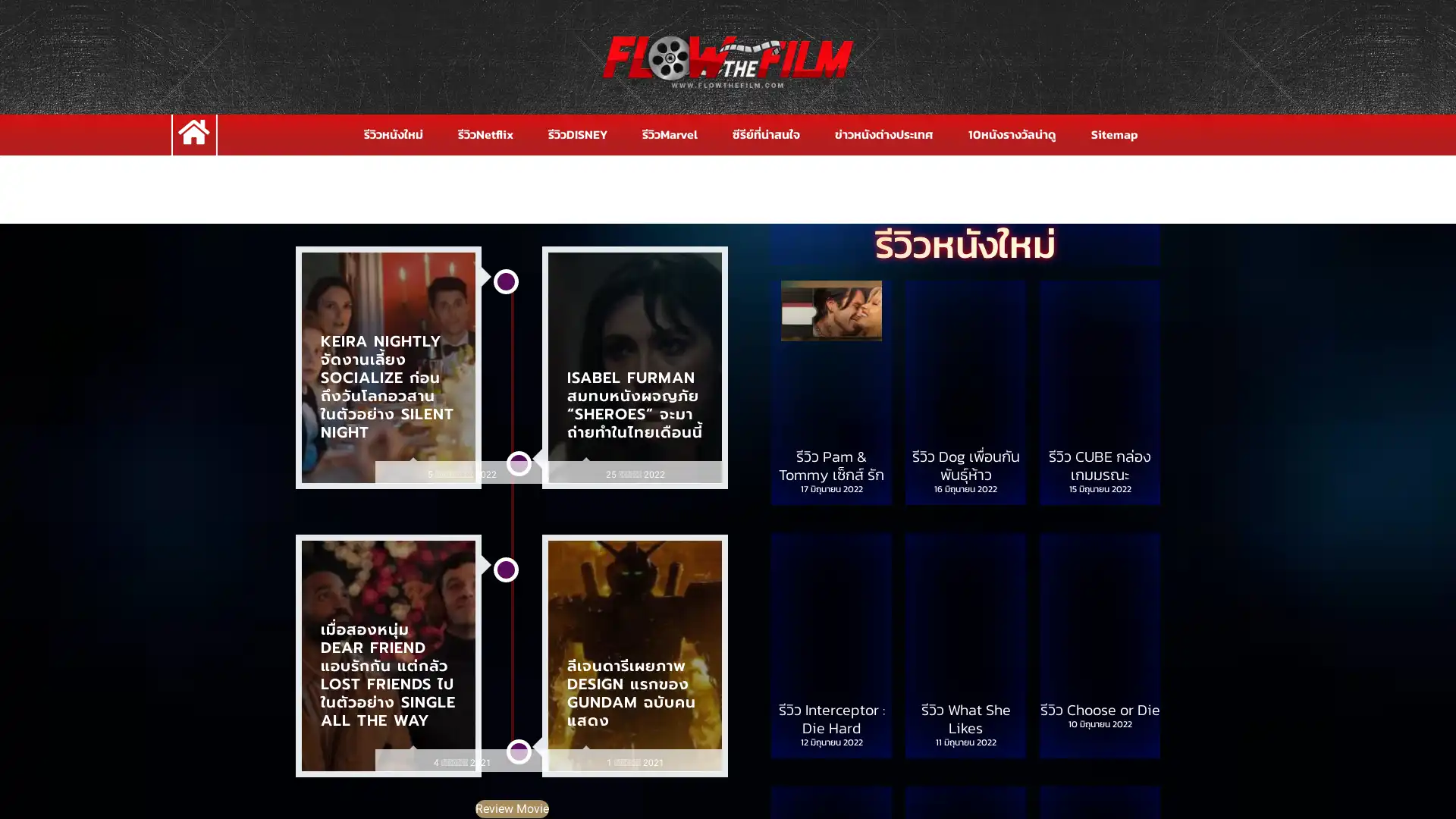  What do you see at coordinates (511, 807) in the screenshot?
I see `Review Movie` at bounding box center [511, 807].